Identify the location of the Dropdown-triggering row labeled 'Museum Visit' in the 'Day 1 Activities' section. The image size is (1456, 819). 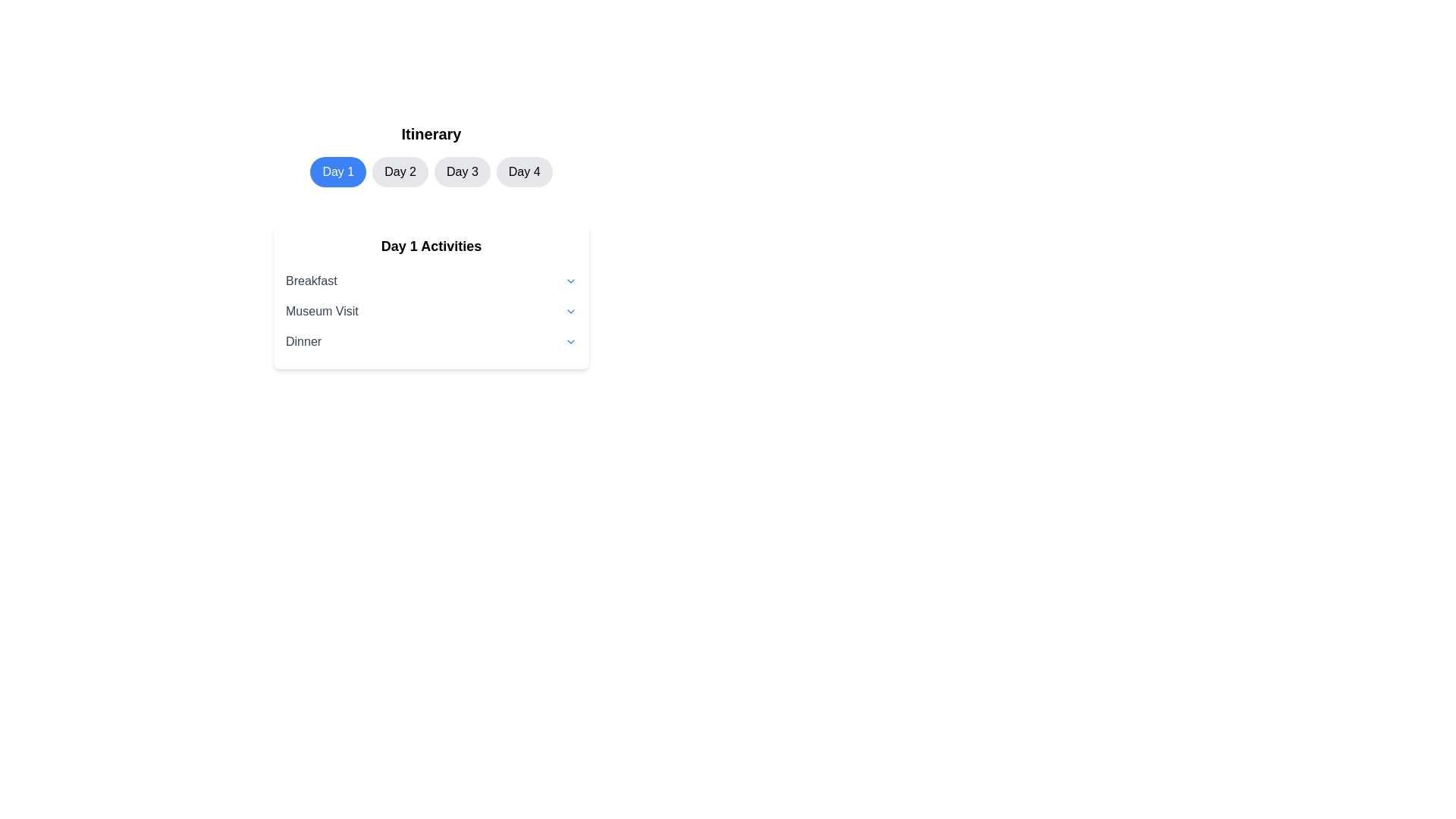
(431, 311).